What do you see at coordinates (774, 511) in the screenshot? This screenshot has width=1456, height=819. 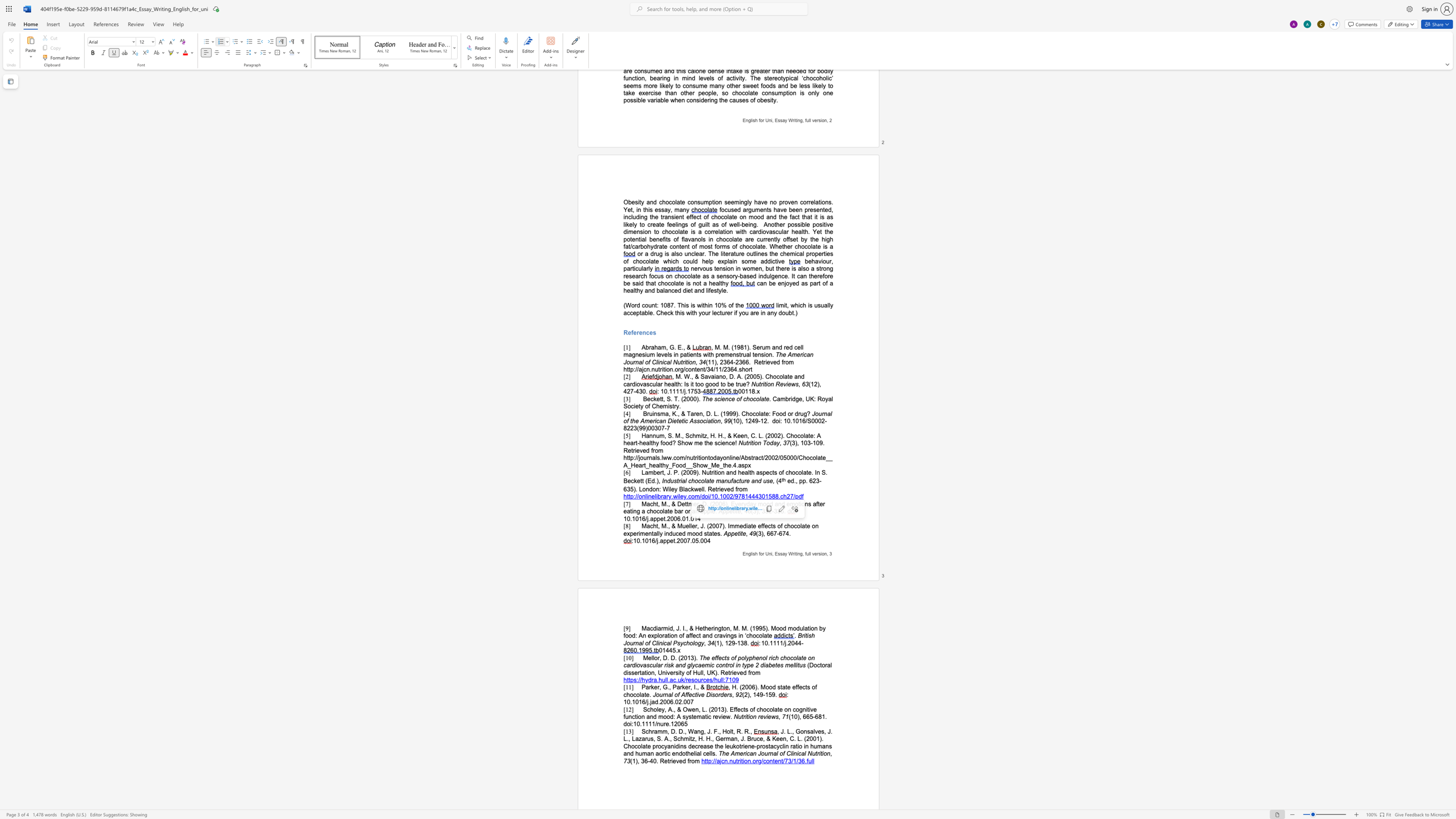 I see `the space between the continuous character "-" and "3" in the text` at bounding box center [774, 511].